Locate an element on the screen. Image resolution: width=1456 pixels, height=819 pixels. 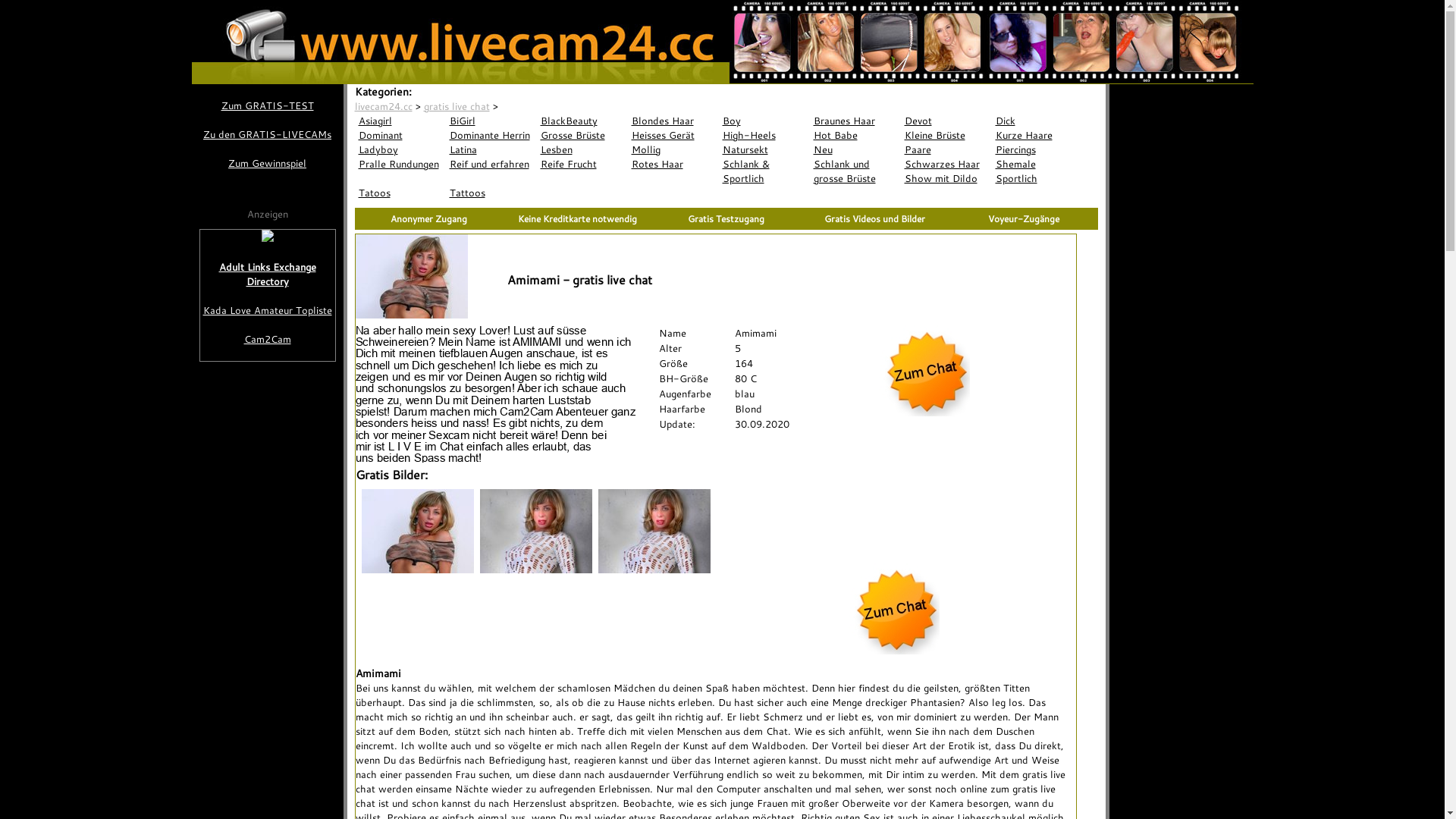
'livecam24.cc' is located at coordinates (383, 105).